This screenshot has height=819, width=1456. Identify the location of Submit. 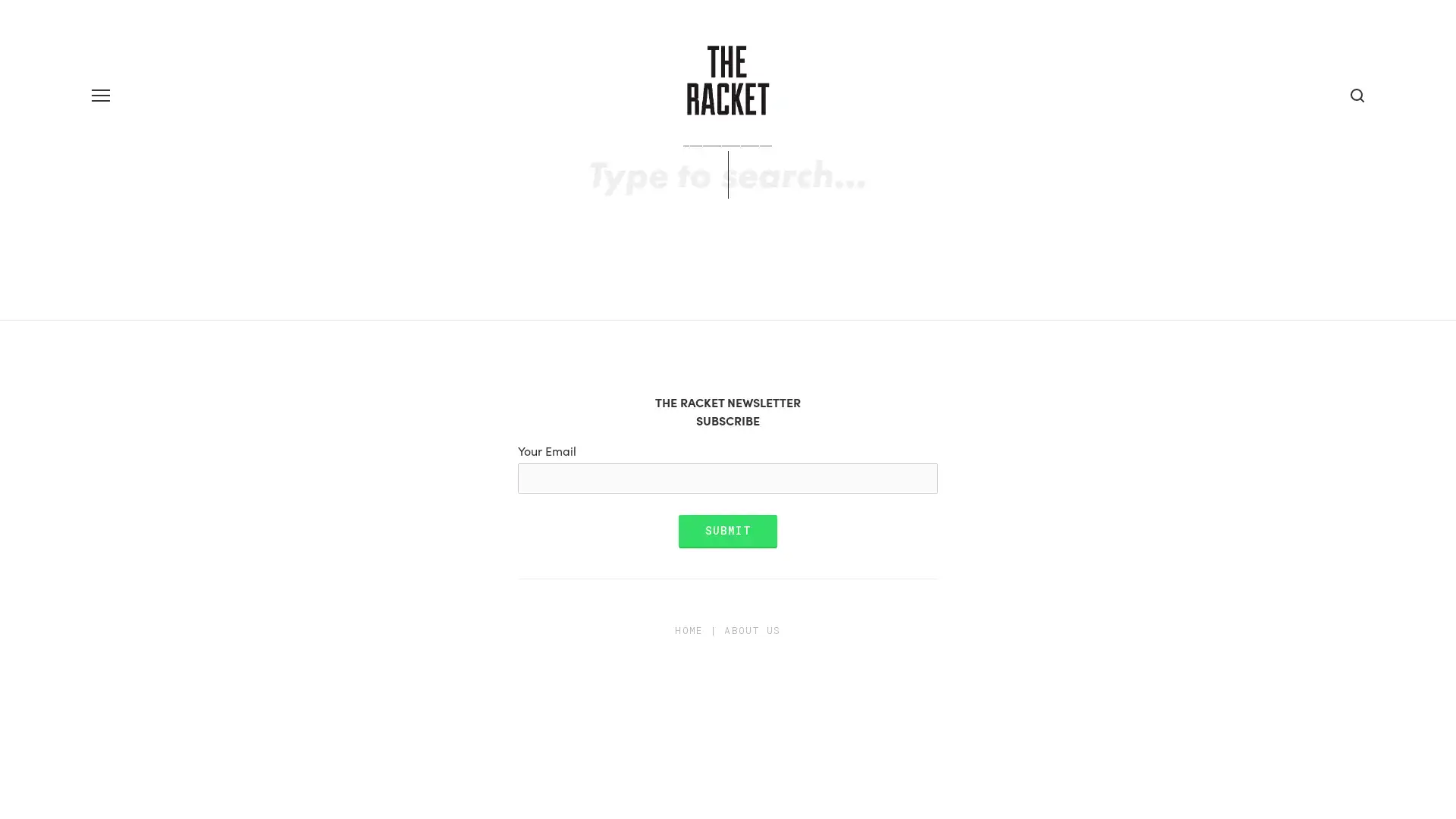
(726, 581).